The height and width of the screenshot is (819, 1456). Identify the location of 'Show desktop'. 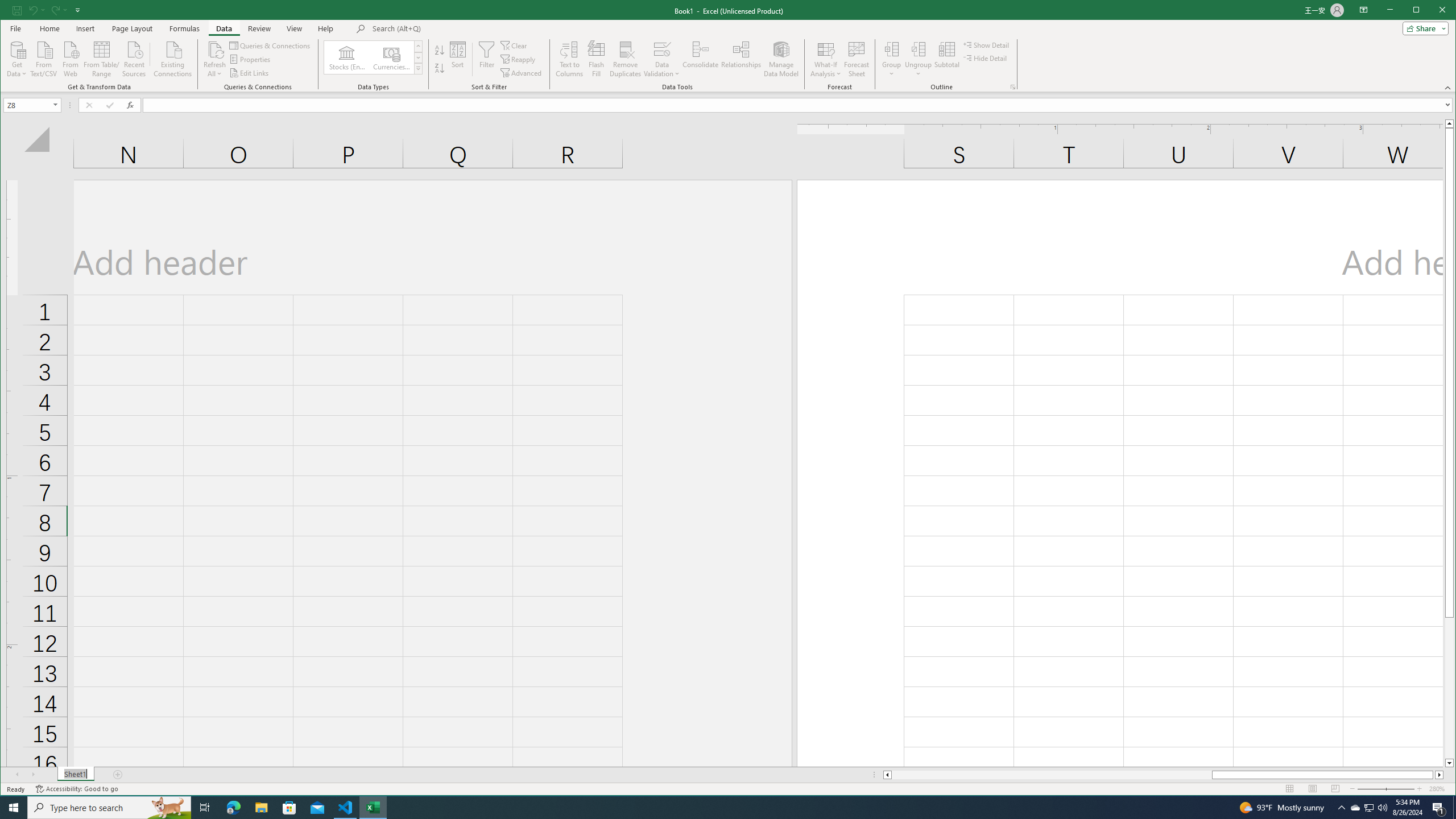
(1454, 806).